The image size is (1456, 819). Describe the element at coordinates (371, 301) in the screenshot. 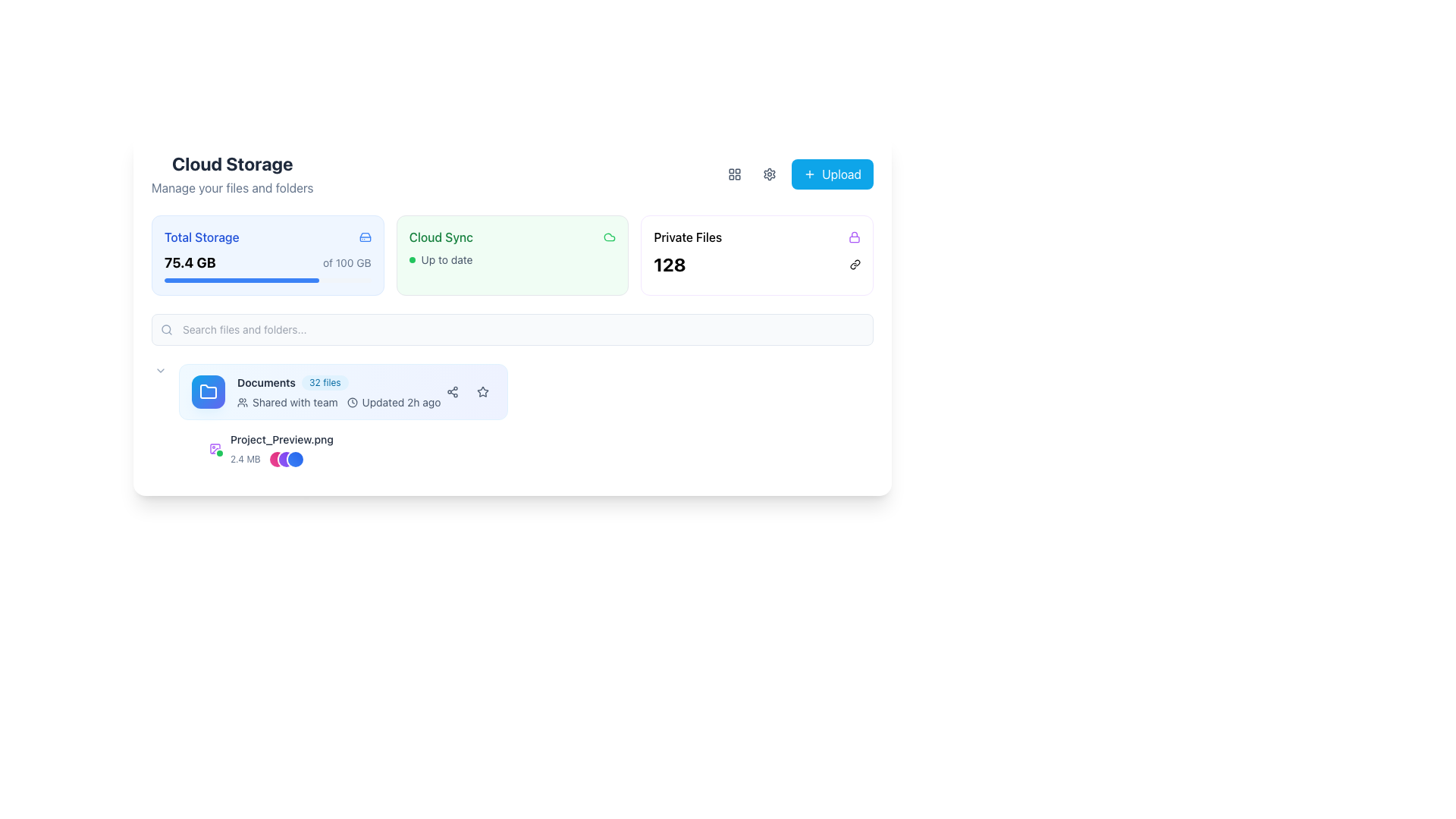

I see `the progress bar located below the 'Cloud Sync' and '75.4 GB of 100 GB' indicators, which spans the width of these elements and is centered within the panel` at that location.